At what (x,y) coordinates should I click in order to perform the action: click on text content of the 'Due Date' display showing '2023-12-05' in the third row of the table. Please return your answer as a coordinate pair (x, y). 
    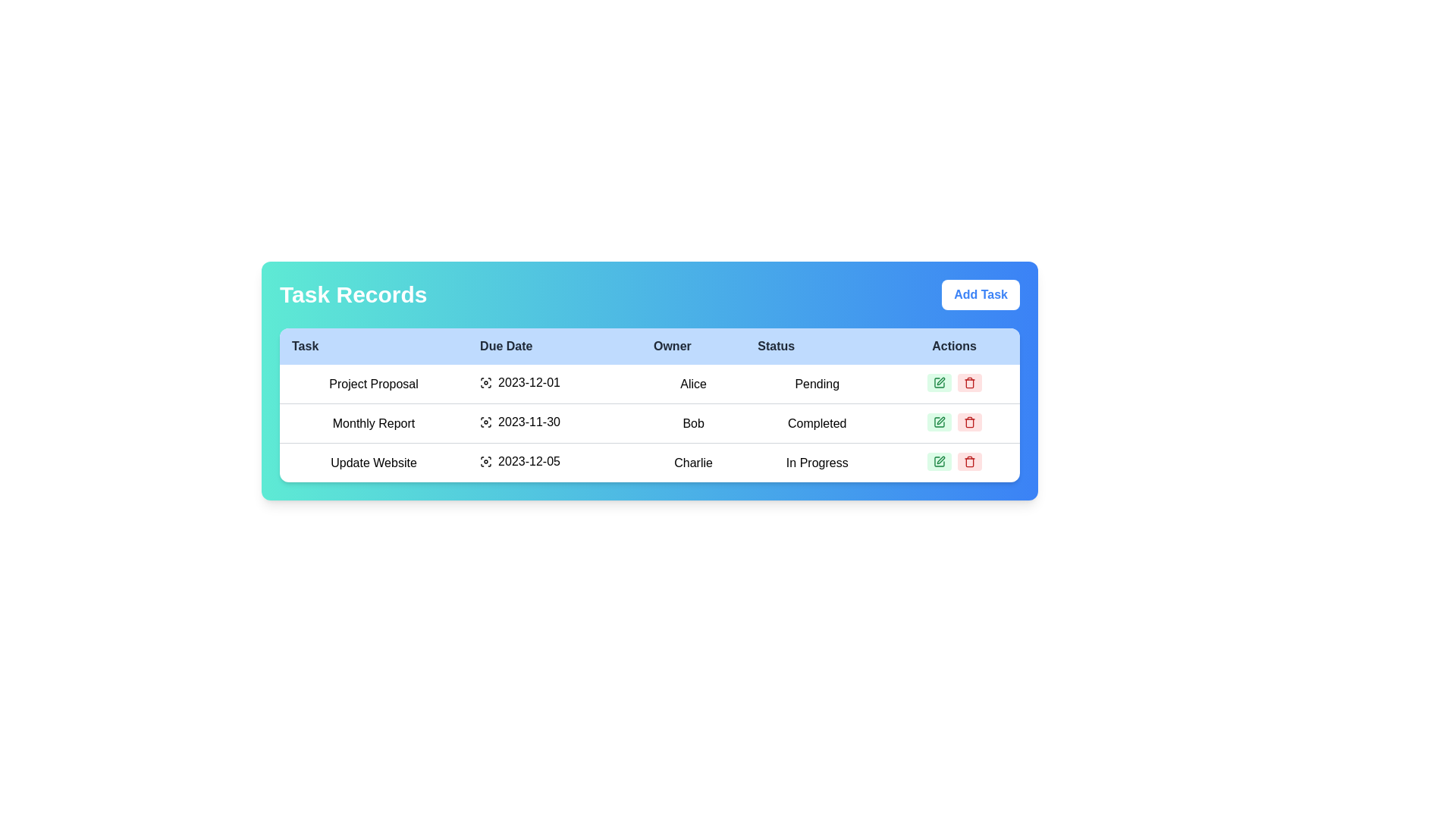
    Looking at the image, I should click on (554, 461).